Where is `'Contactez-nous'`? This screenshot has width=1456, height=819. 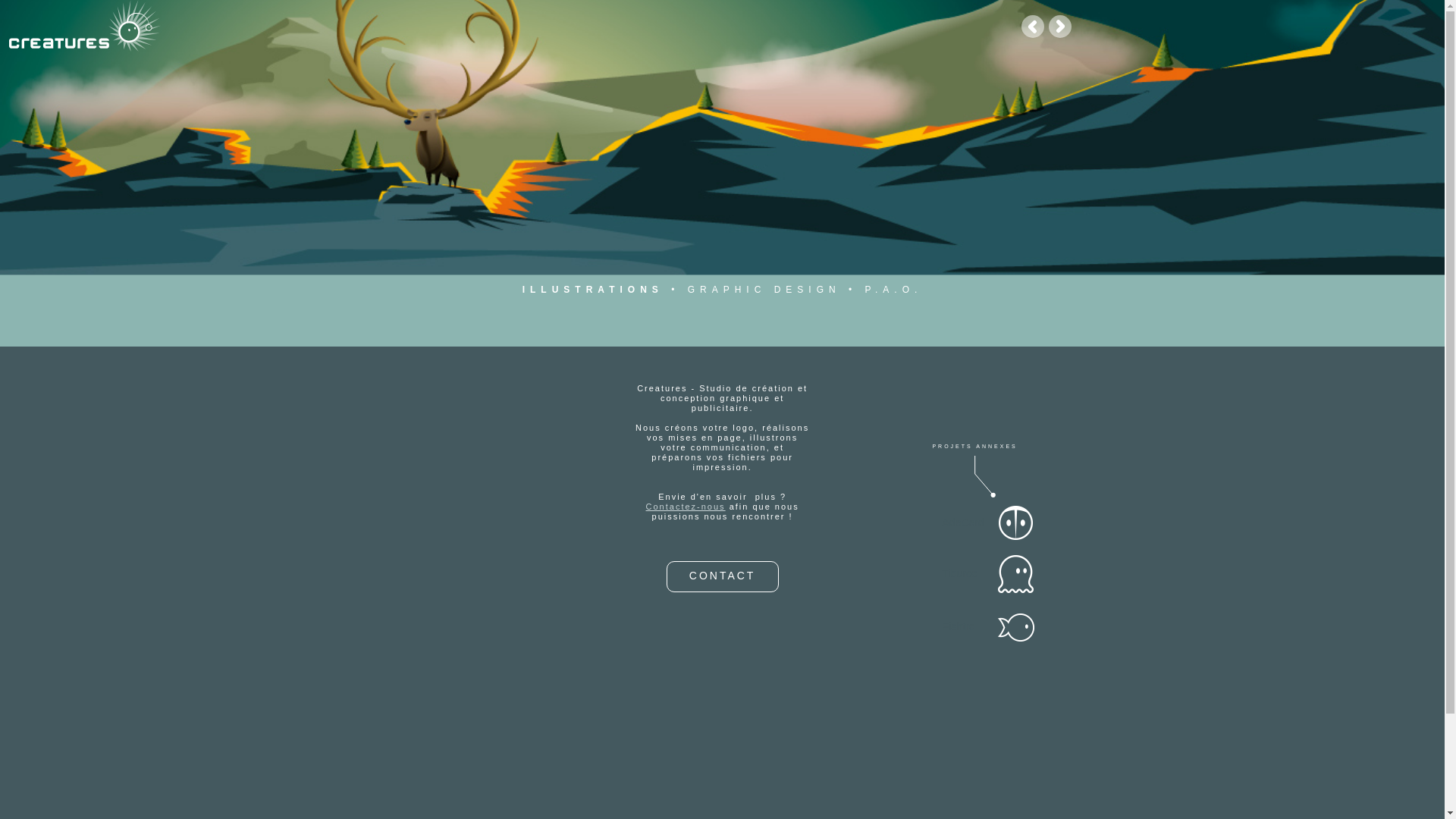 'Contactez-nous' is located at coordinates (645, 506).